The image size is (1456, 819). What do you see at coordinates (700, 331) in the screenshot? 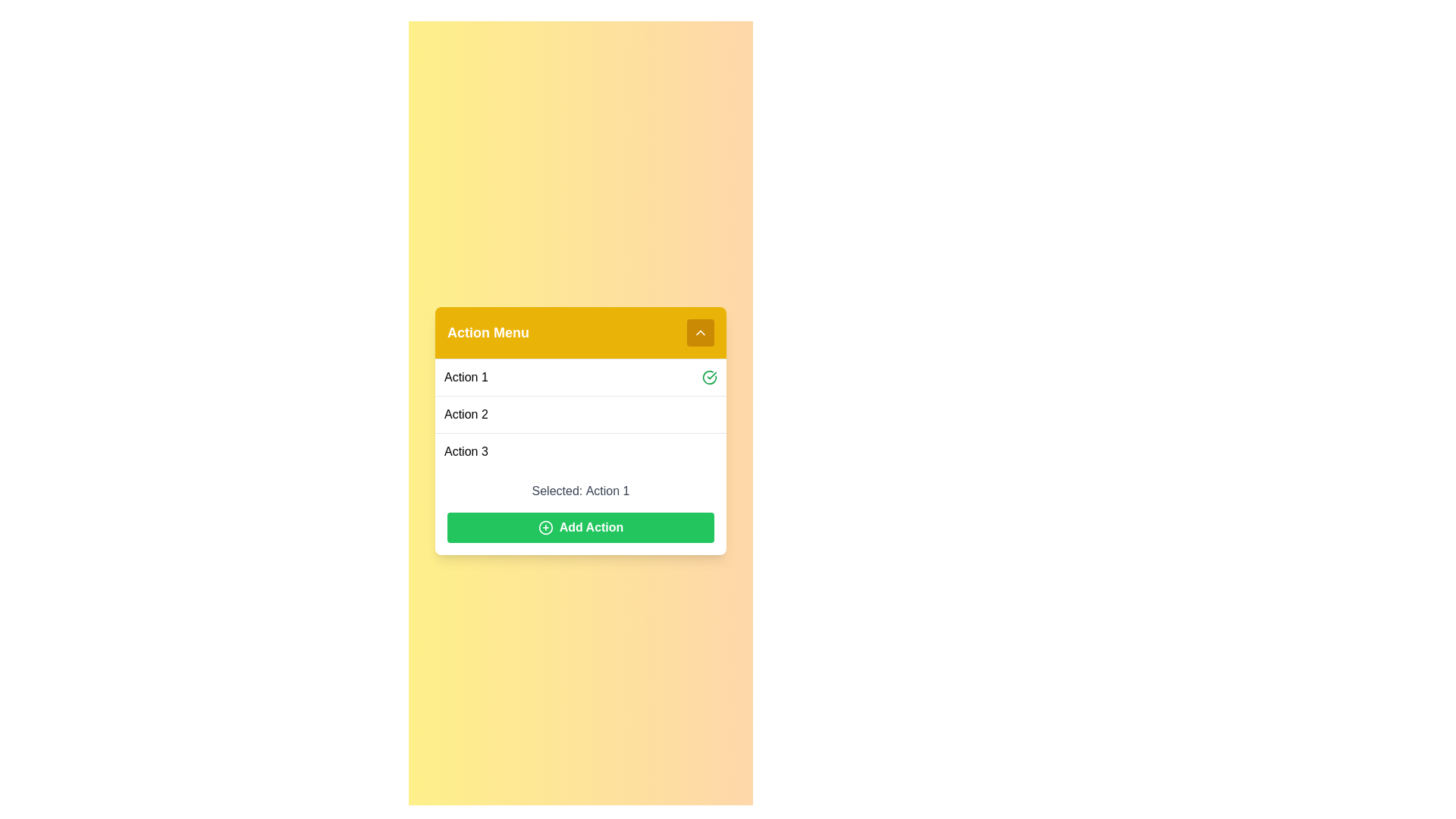
I see `the toggle button located on the far right side of the yellow header in the 'Action Menu' section` at bounding box center [700, 331].